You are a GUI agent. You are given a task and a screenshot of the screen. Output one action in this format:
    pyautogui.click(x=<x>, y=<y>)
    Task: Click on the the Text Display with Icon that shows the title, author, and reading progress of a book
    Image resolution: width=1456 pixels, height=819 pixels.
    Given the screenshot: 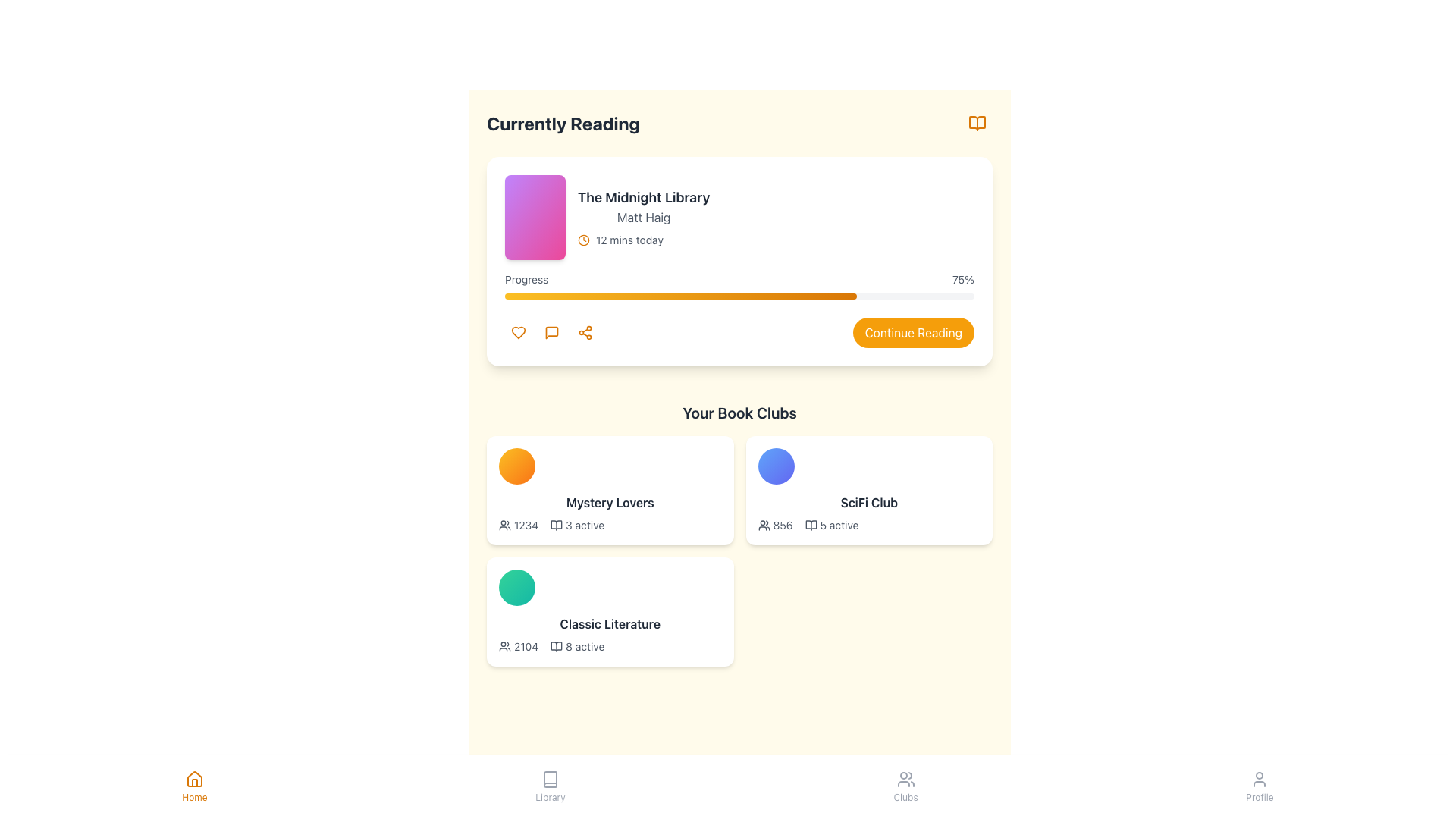 What is the action you would take?
    pyautogui.click(x=644, y=217)
    